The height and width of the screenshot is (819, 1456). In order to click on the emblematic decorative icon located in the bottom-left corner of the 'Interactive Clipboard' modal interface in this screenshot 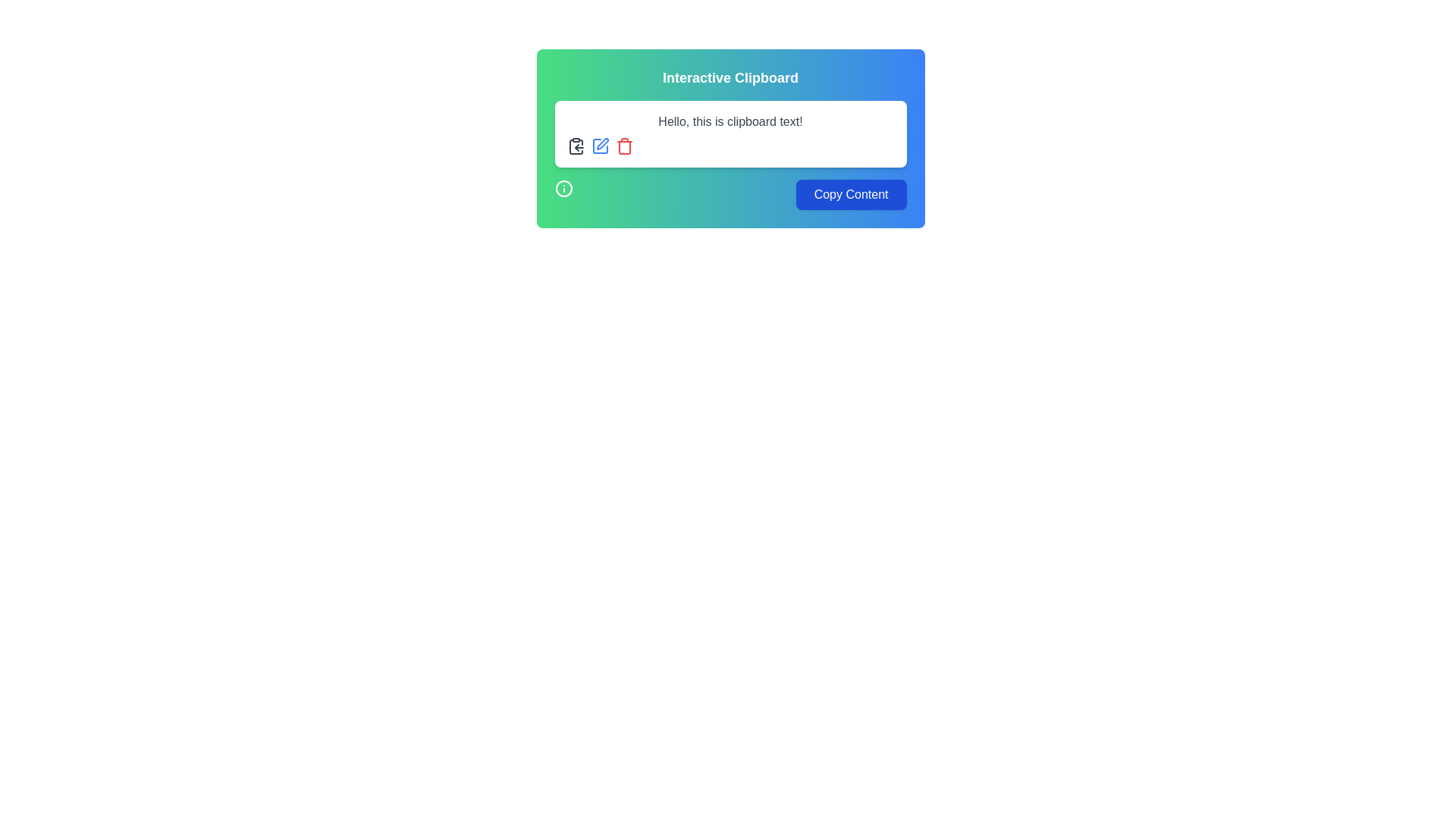, I will do `click(563, 188)`.